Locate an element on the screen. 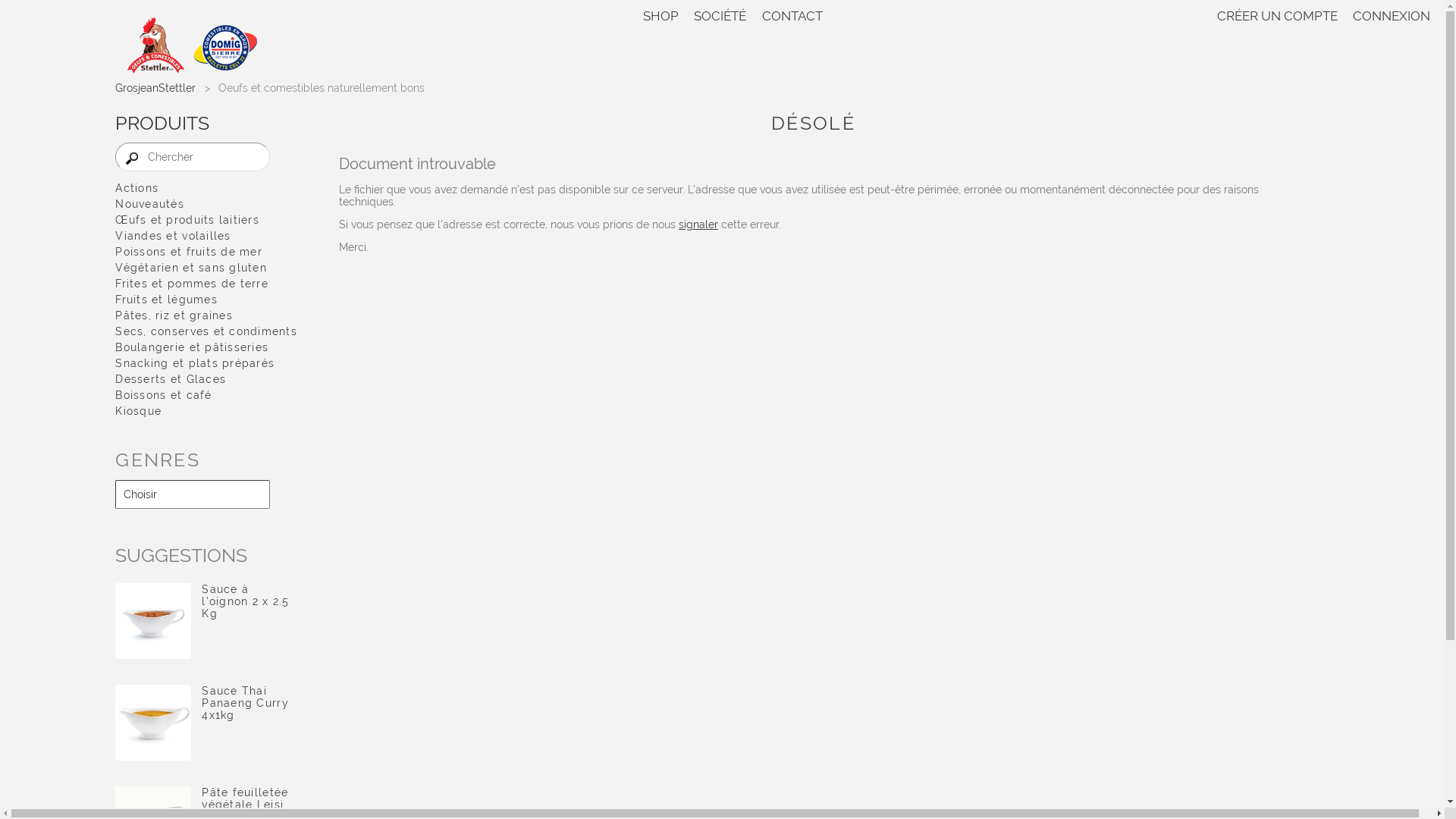  'CONNEXION' is located at coordinates (1387, 15).